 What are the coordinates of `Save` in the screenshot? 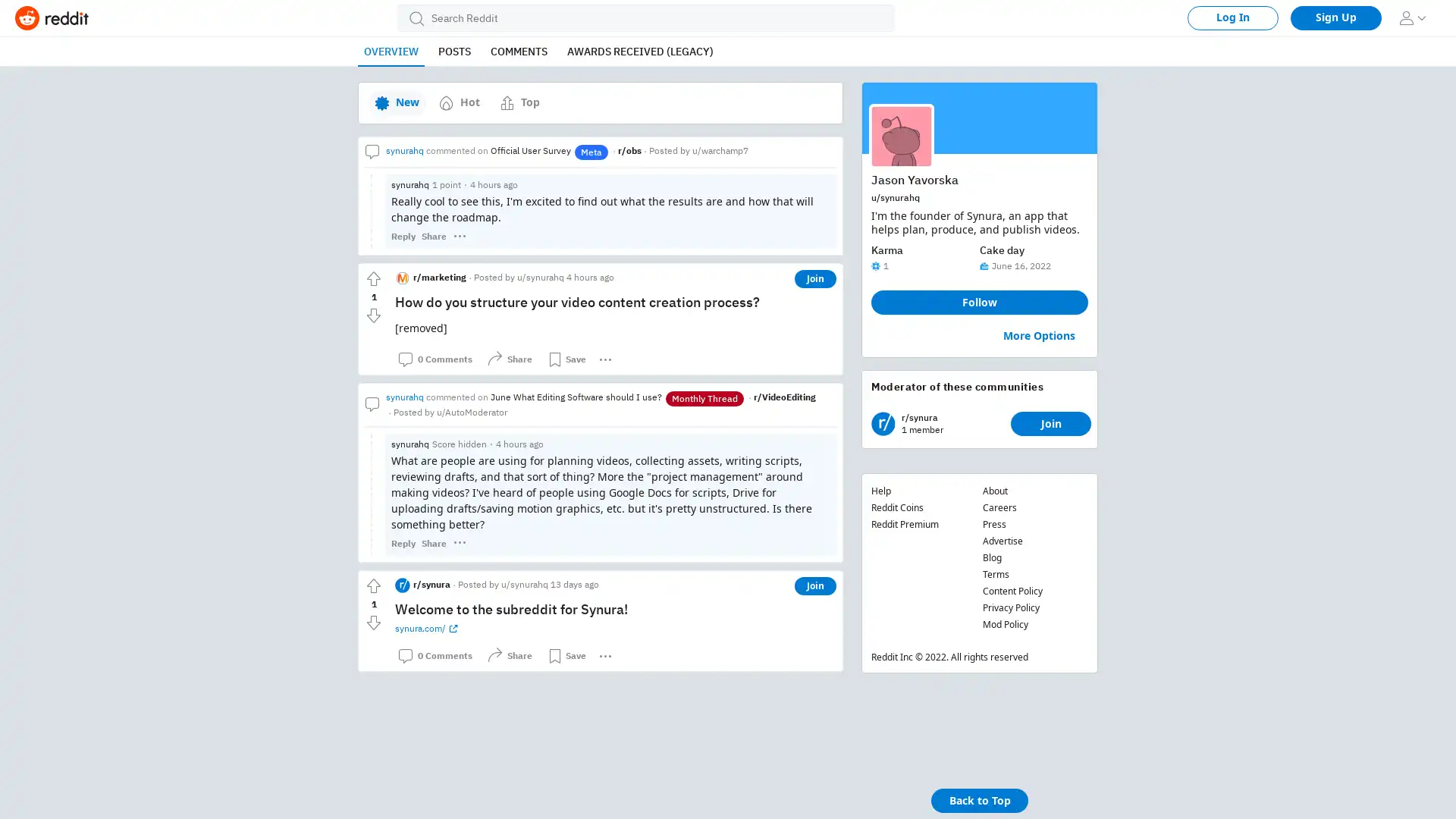 It's located at (566, 359).